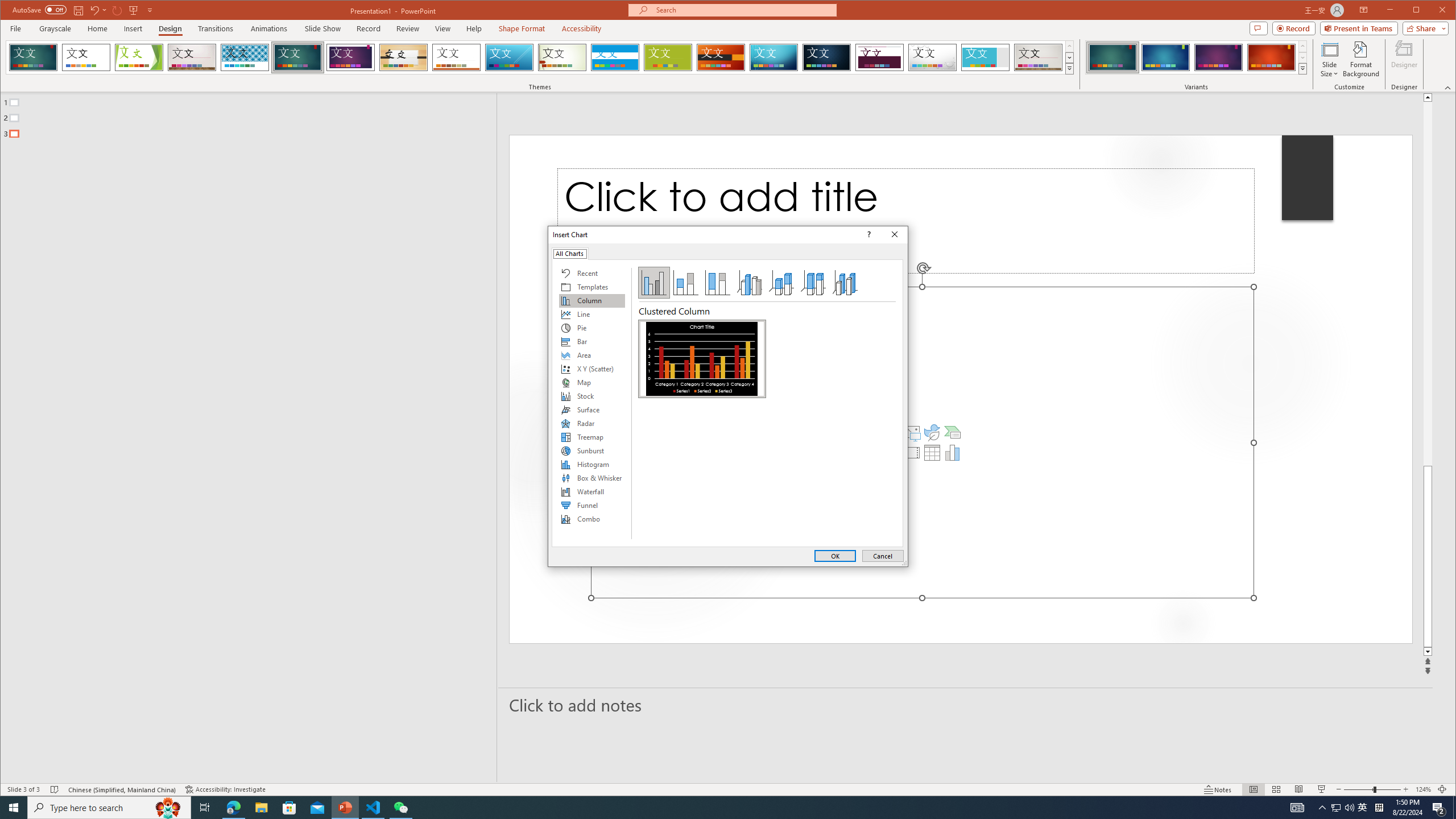 Image resolution: width=1456 pixels, height=819 pixels. What do you see at coordinates (781, 283) in the screenshot?
I see `'3-D Stacked Column'` at bounding box center [781, 283].